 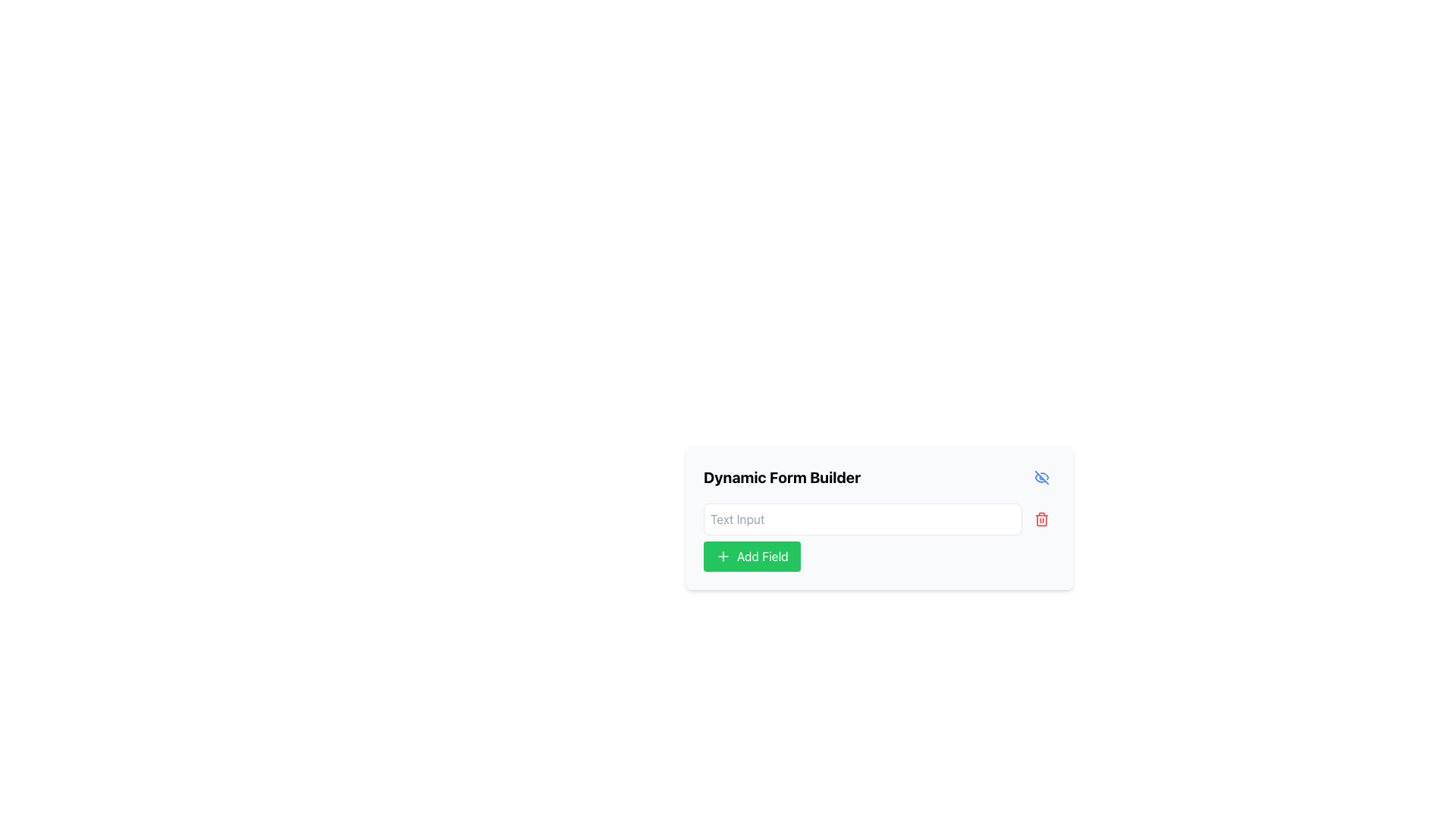 I want to click on the red trash bin icon button, which is styled with a circular red border and located next to a text input field in the form builder interface, so click(x=1040, y=519).